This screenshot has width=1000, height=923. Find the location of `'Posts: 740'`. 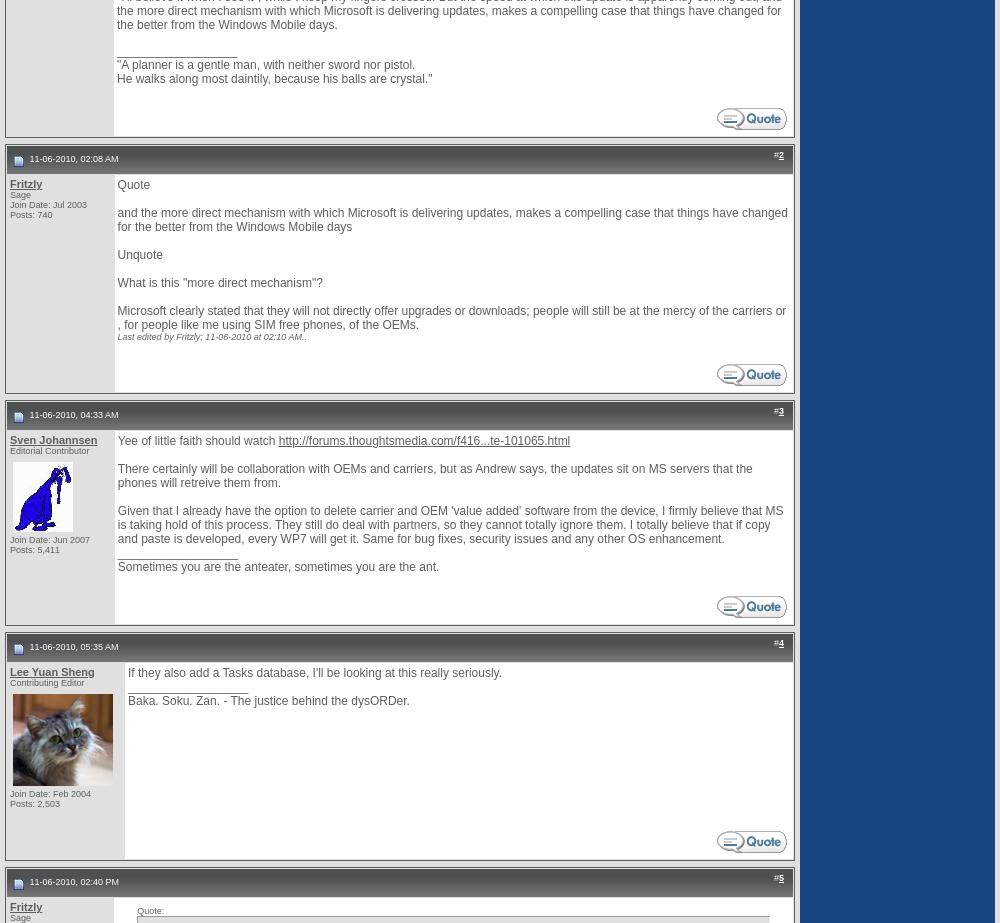

'Posts: 740' is located at coordinates (10, 214).